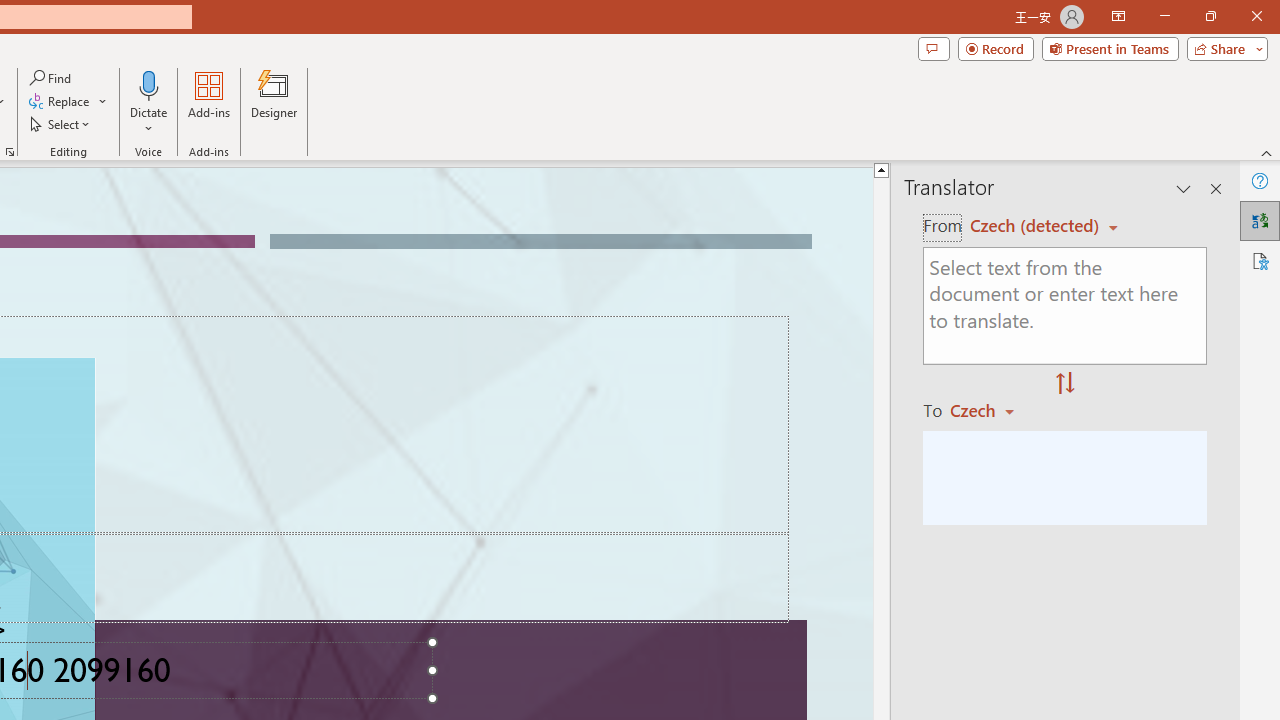 The image size is (1280, 720). What do you see at coordinates (61, 124) in the screenshot?
I see `'Select'` at bounding box center [61, 124].